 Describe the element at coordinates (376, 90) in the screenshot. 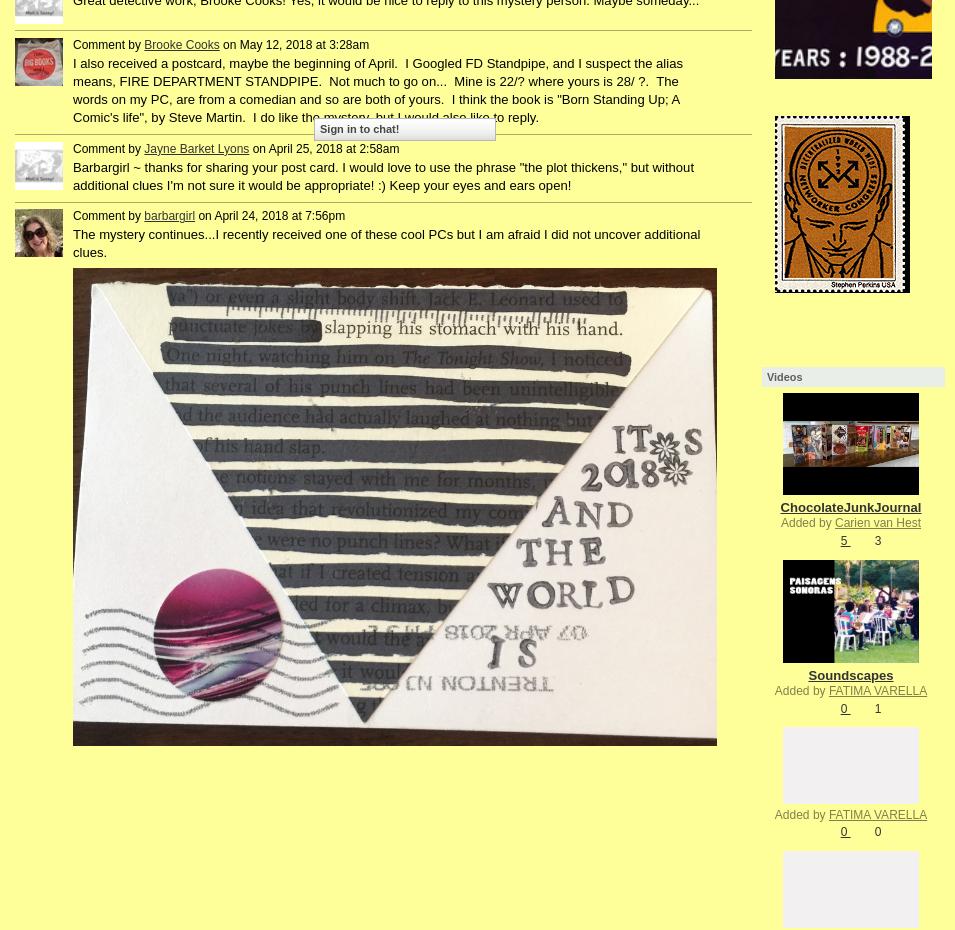

I see `'I also received a postcard, maybe the beginning of April.  I Googled FD Standpipe, and I suspect the alias means, FIRE DEPARTMENT STANDPIPE.  Not much to go on...  Mine is 22/? where yours is 28/ ?.  The words on my PC, are from a comedian and so are both of yours.  I think the book is "Born Standing Up; A Comic's life", by Steve Martin.  I do like the mystery, but I would also like to reply.'` at that location.